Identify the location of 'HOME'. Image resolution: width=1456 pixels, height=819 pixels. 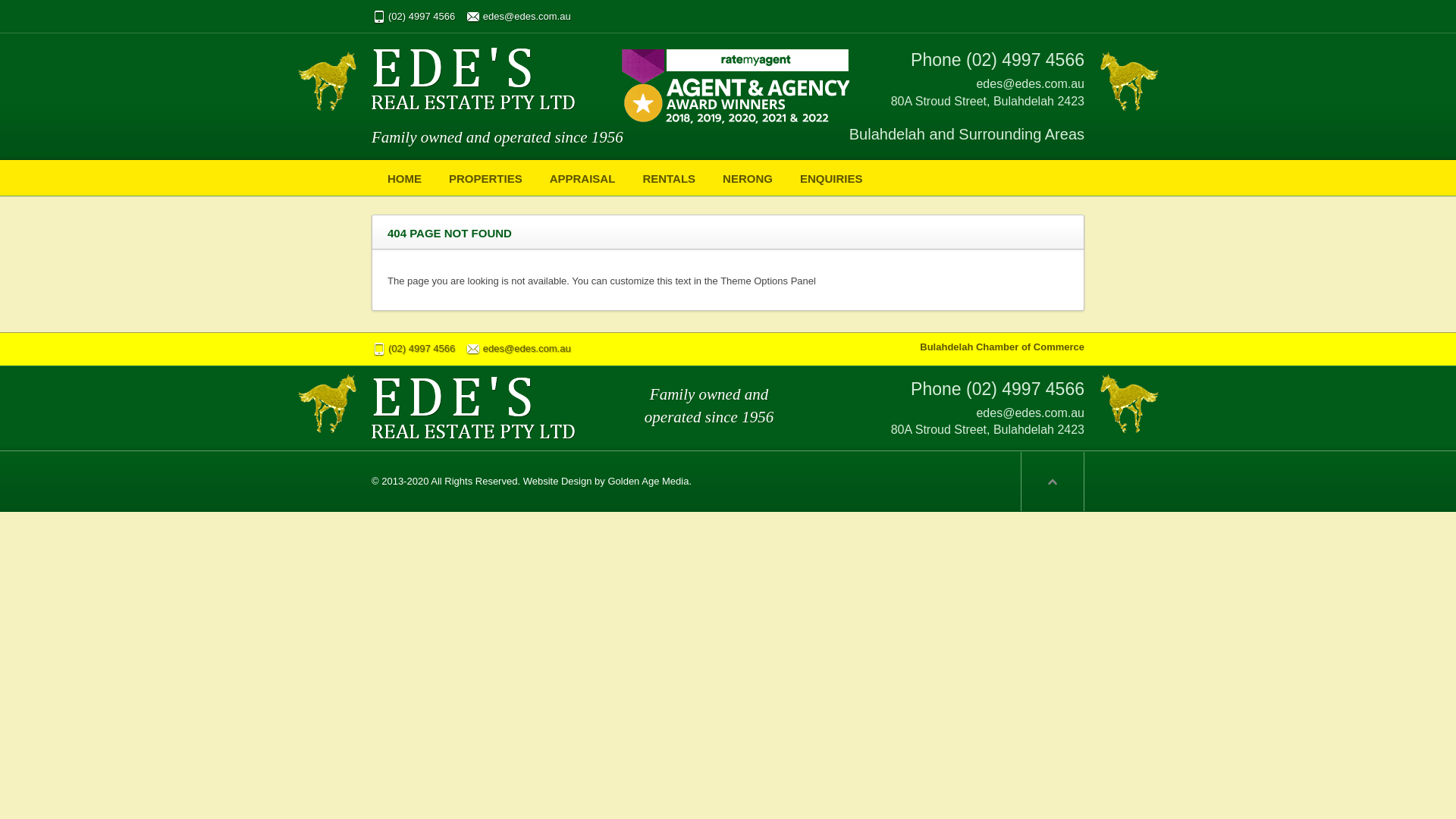
(375, 177).